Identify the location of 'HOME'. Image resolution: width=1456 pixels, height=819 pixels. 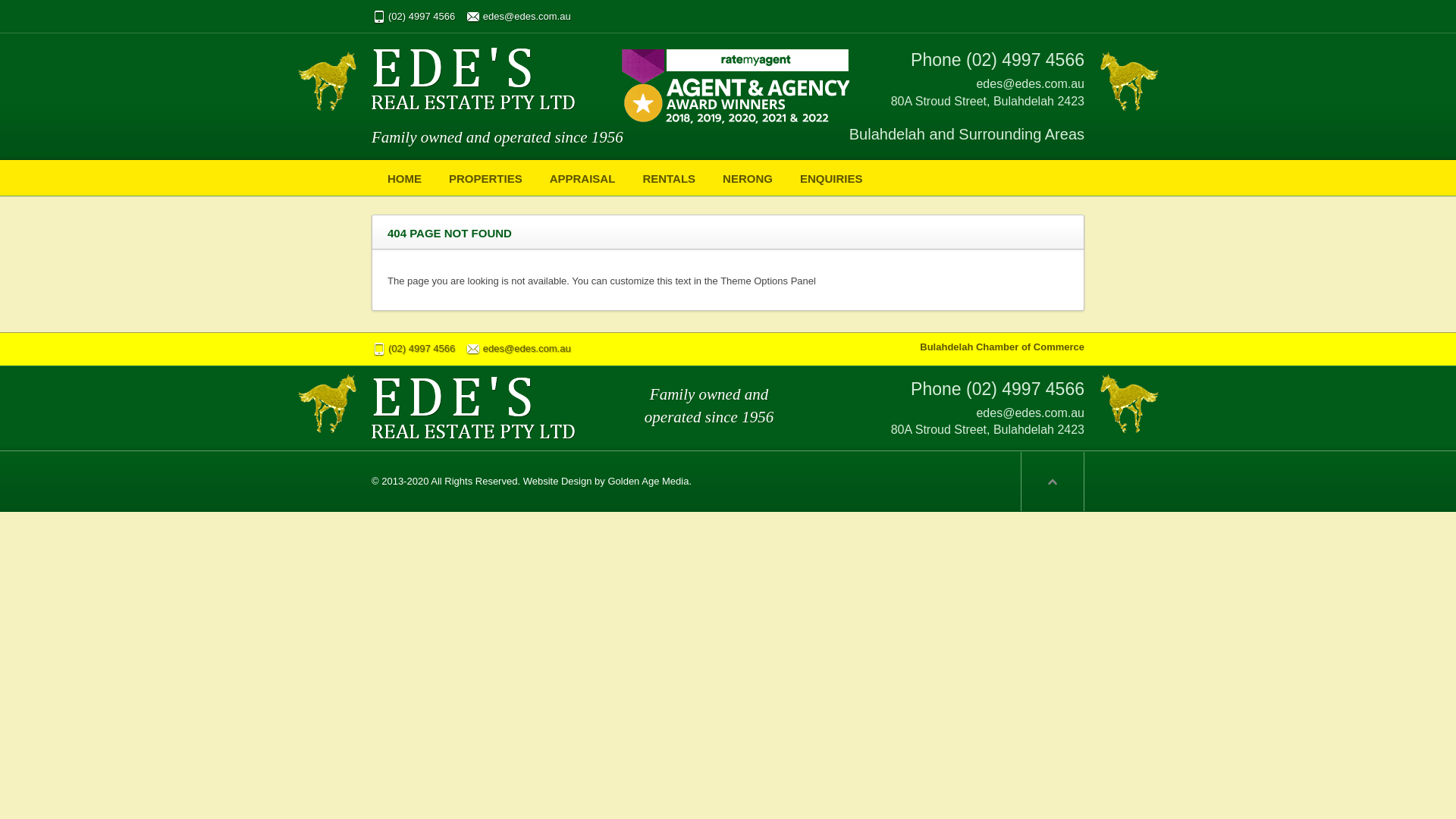
(375, 177).